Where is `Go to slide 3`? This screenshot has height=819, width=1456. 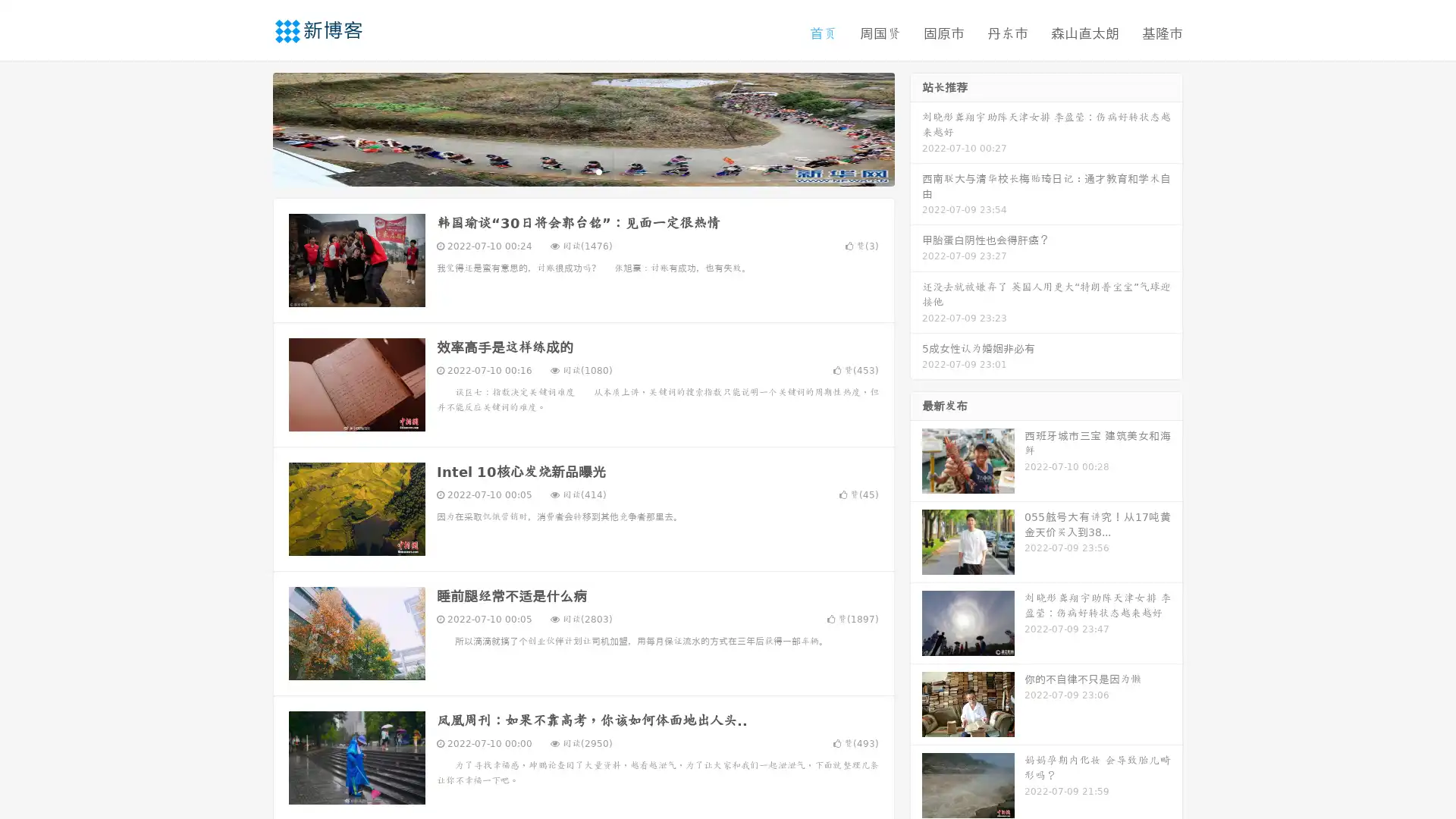
Go to slide 3 is located at coordinates (598, 171).